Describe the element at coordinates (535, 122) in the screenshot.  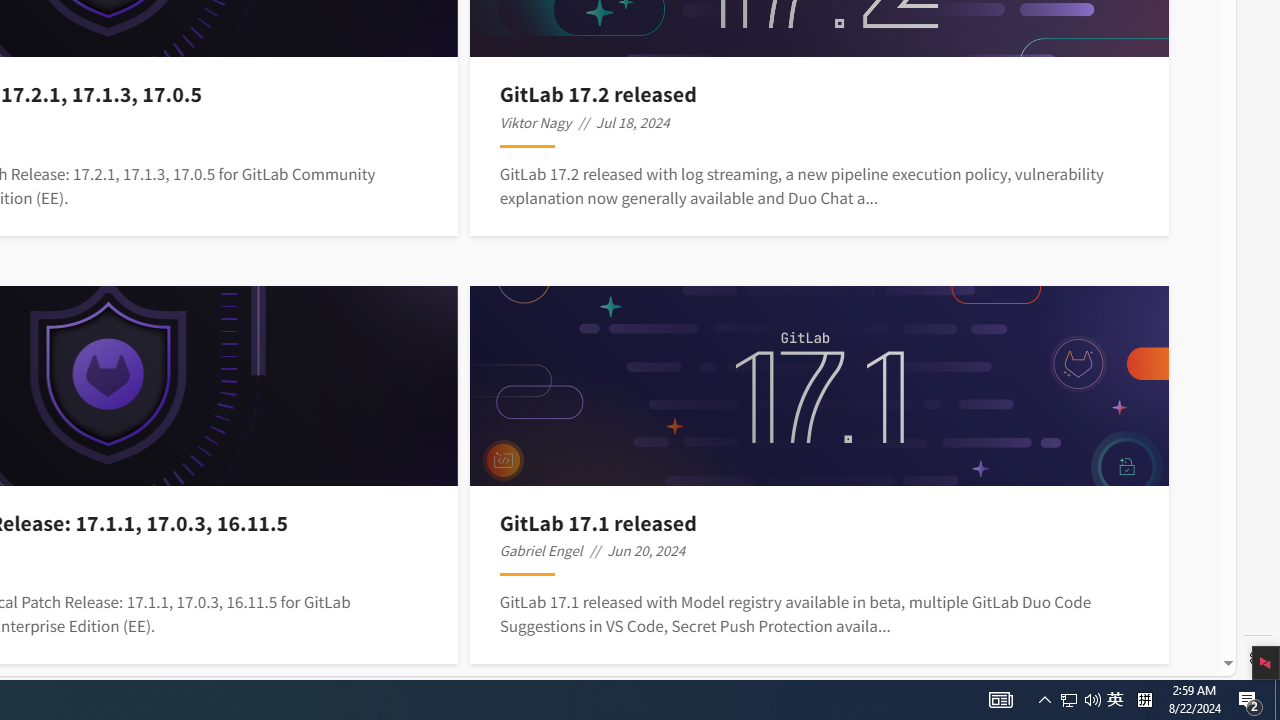
I see `'Viktor Nagy'` at that location.